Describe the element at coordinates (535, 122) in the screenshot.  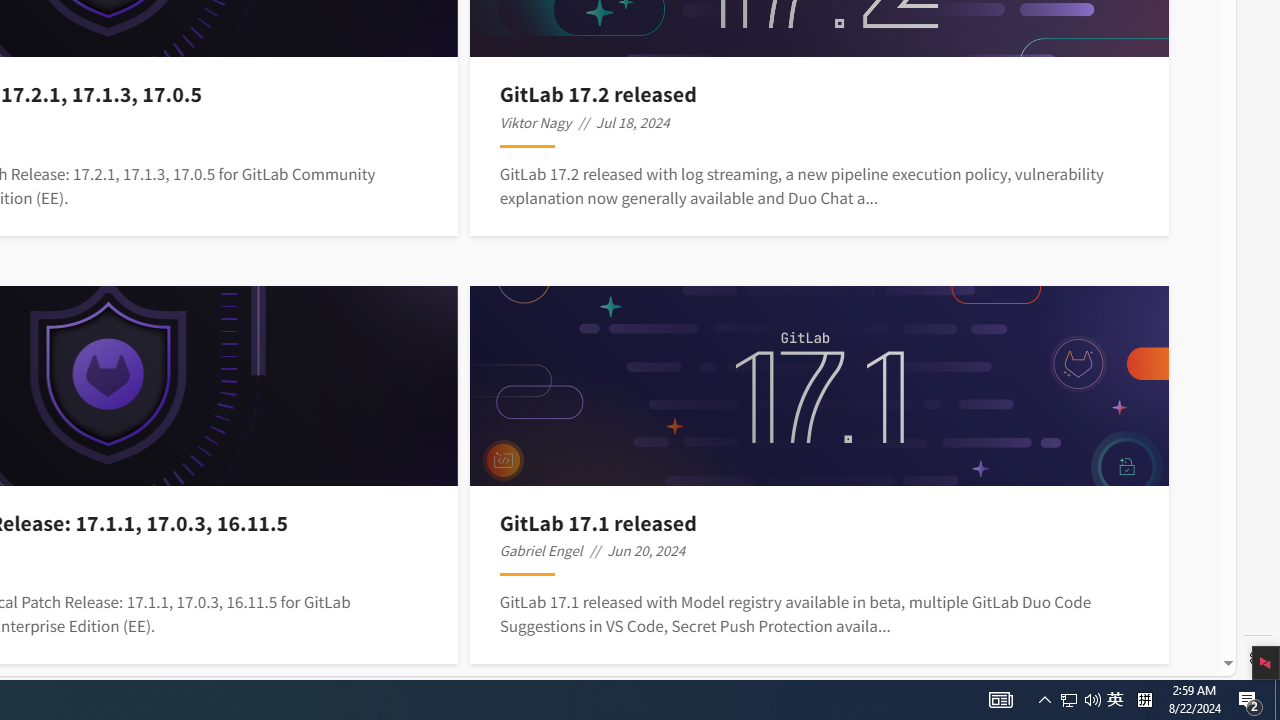
I see `'Viktor Nagy'` at that location.